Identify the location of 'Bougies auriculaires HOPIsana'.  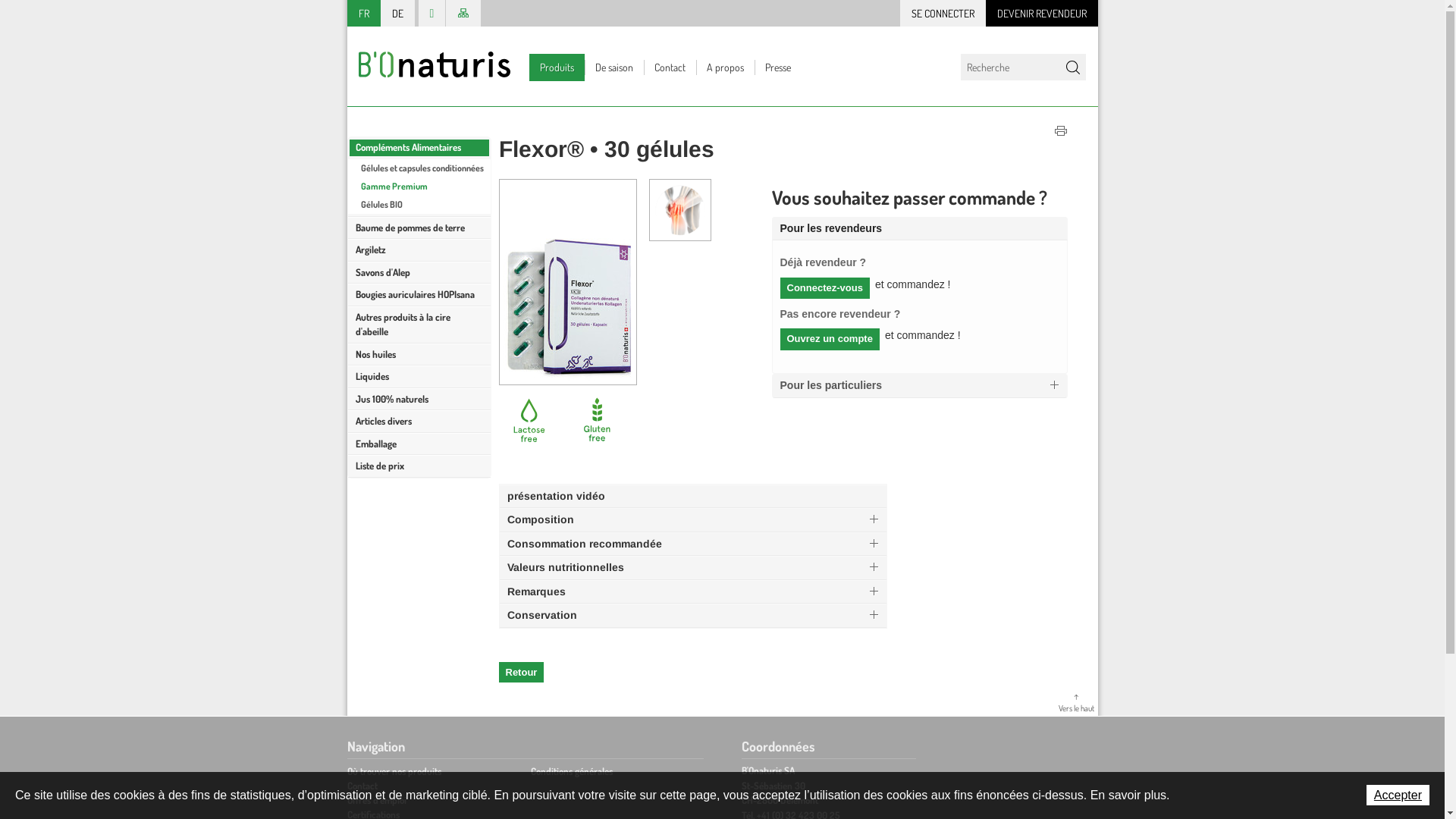
(419, 295).